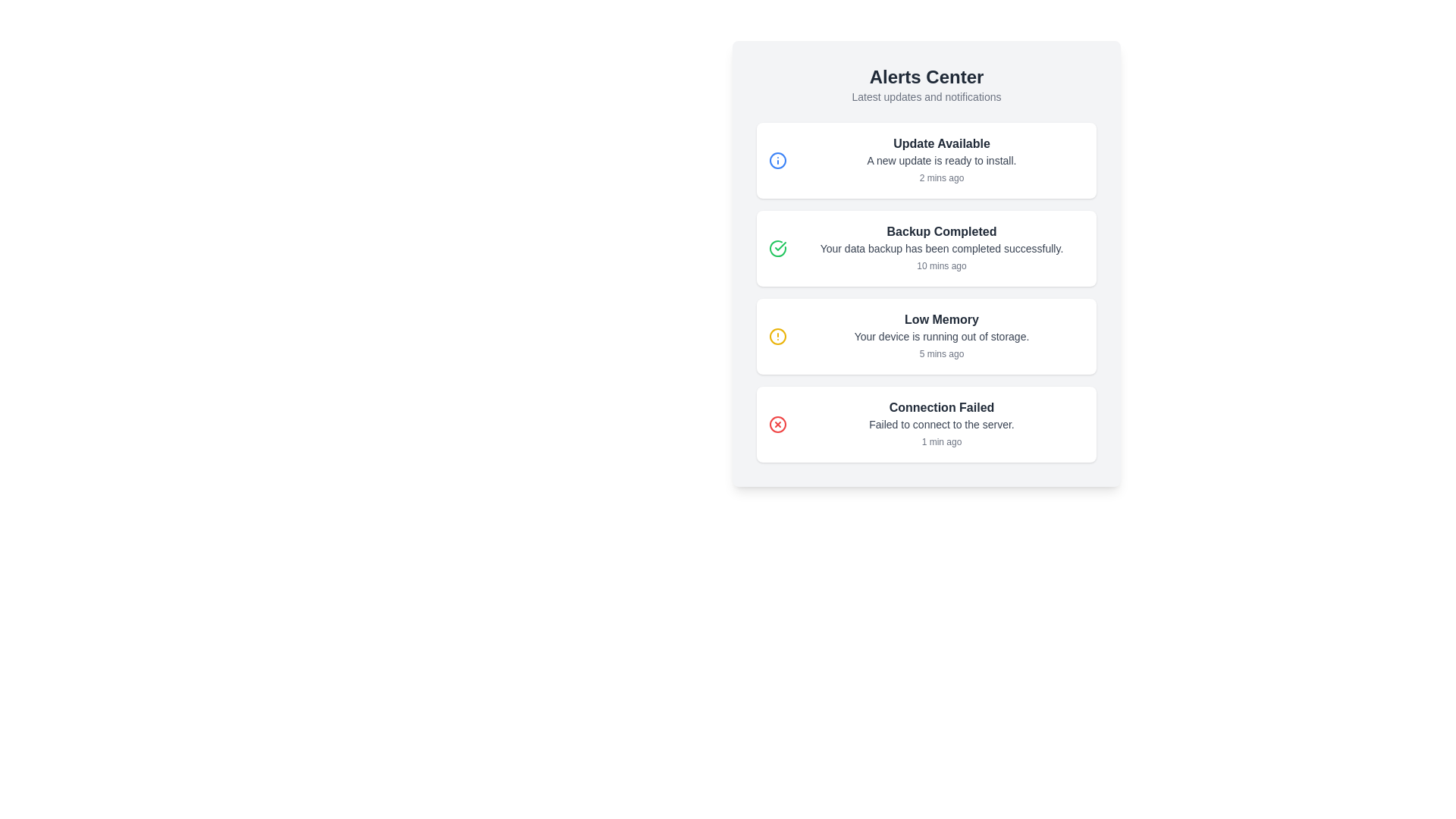 The image size is (1456, 819). What do you see at coordinates (926, 96) in the screenshot?
I see `the text label displaying 'Latest updates and notifications' located below the 'Alerts Center' heading` at bounding box center [926, 96].